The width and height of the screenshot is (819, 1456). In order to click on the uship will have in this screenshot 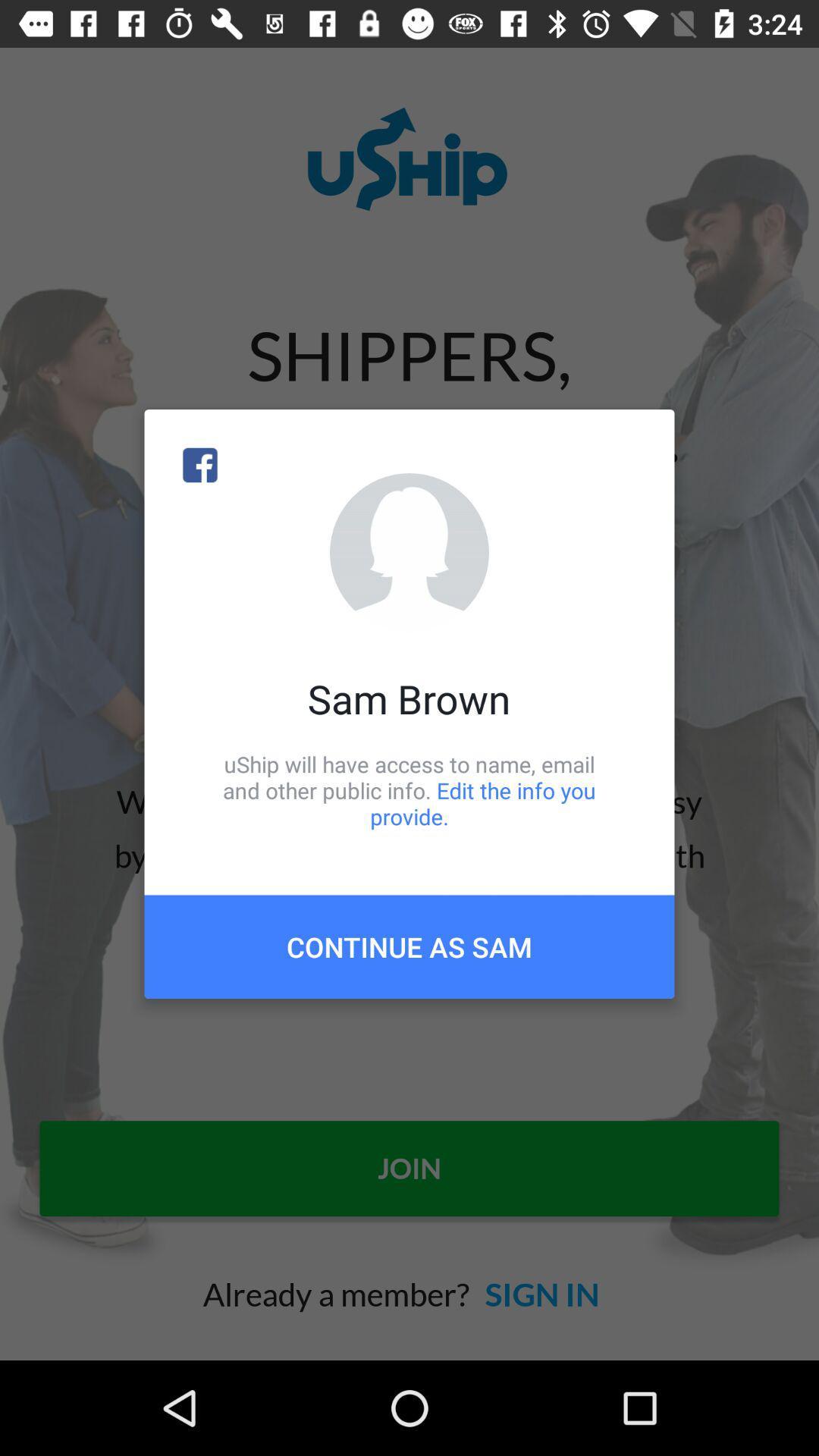, I will do `click(409, 789)`.